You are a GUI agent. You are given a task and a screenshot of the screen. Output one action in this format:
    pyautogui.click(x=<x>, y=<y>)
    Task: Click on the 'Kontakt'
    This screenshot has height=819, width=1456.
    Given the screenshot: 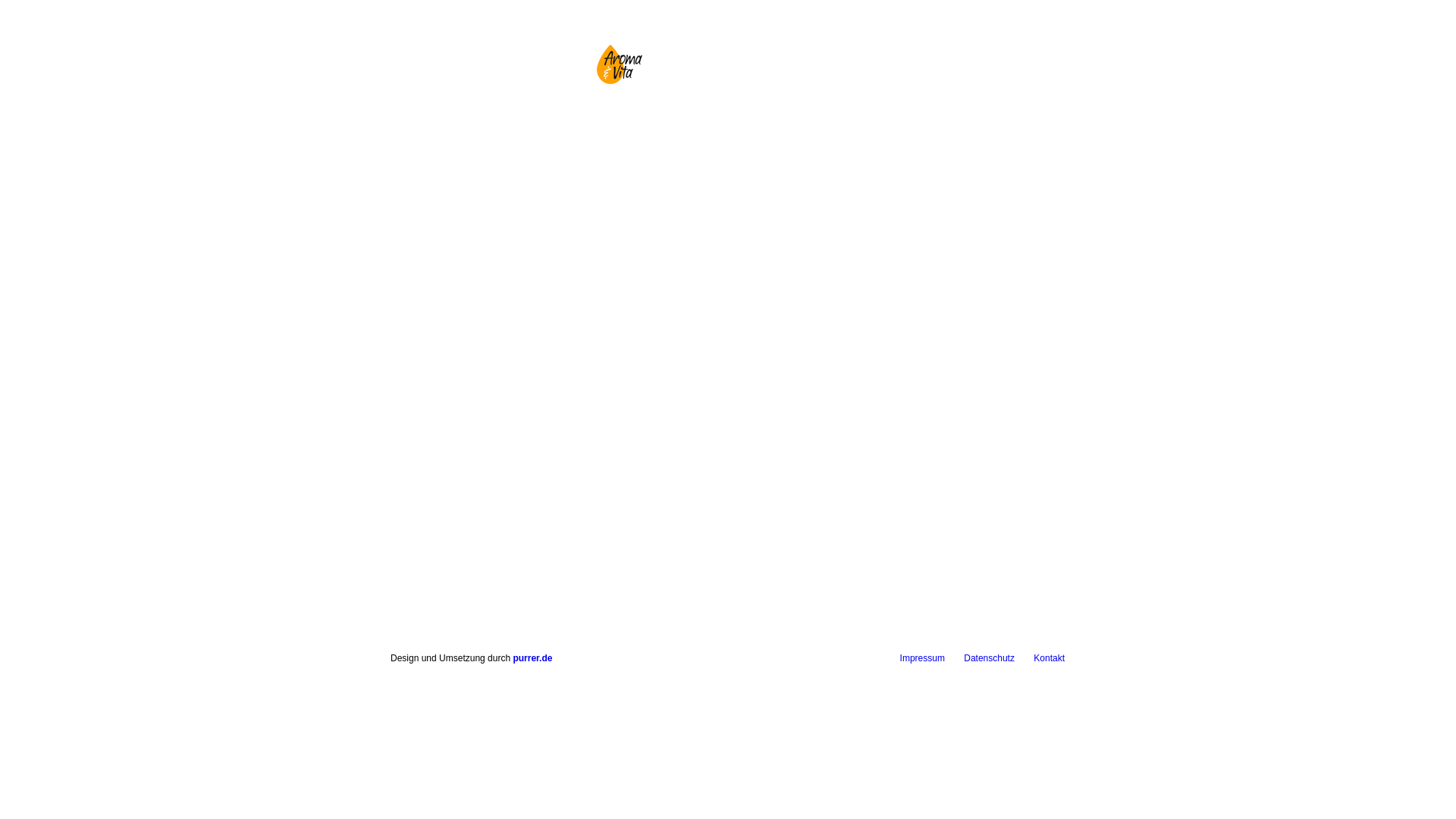 What is the action you would take?
    pyautogui.click(x=1048, y=657)
    